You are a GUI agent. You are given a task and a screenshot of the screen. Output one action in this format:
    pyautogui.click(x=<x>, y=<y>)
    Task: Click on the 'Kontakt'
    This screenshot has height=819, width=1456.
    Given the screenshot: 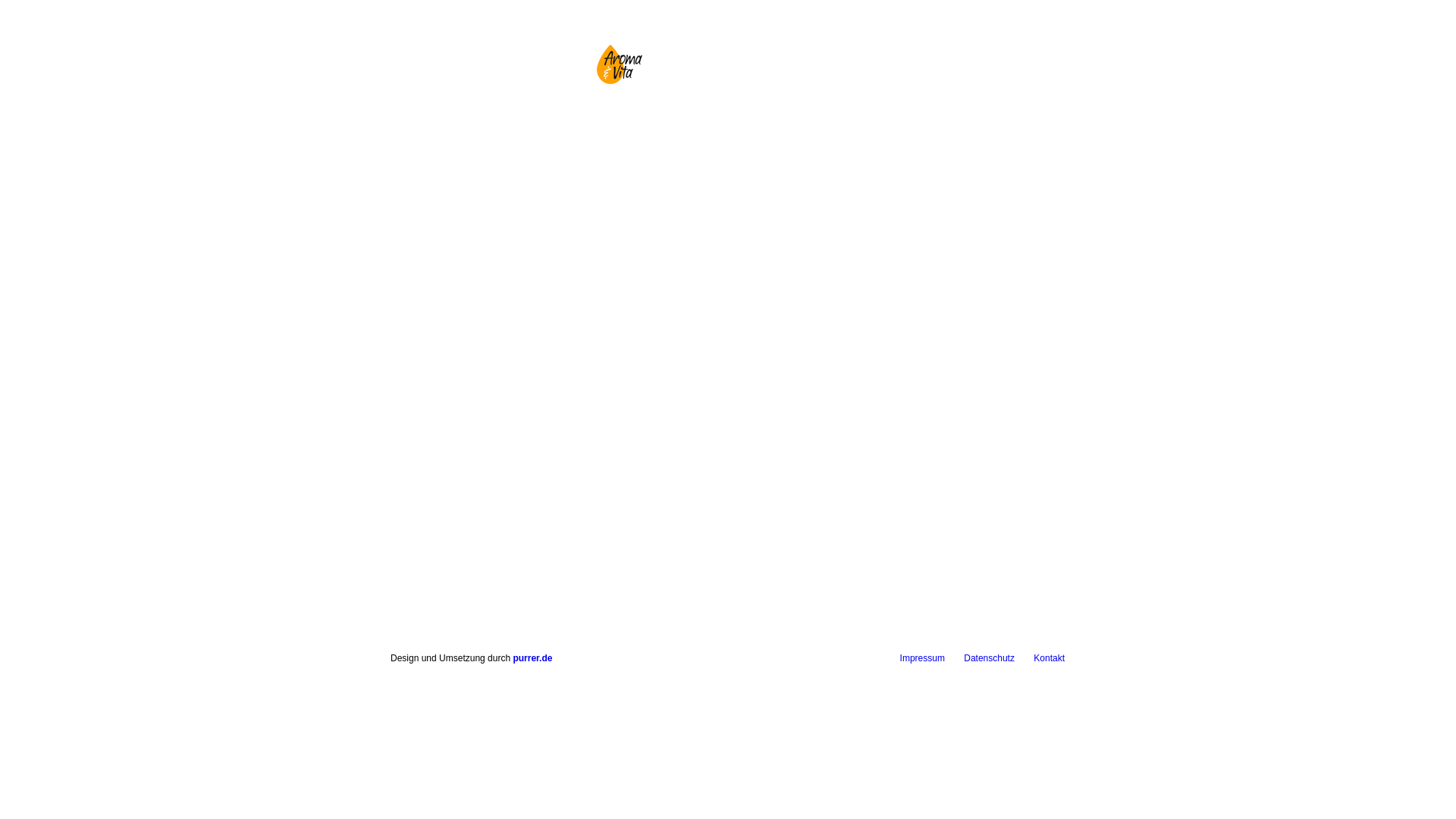 What is the action you would take?
    pyautogui.click(x=1048, y=657)
    